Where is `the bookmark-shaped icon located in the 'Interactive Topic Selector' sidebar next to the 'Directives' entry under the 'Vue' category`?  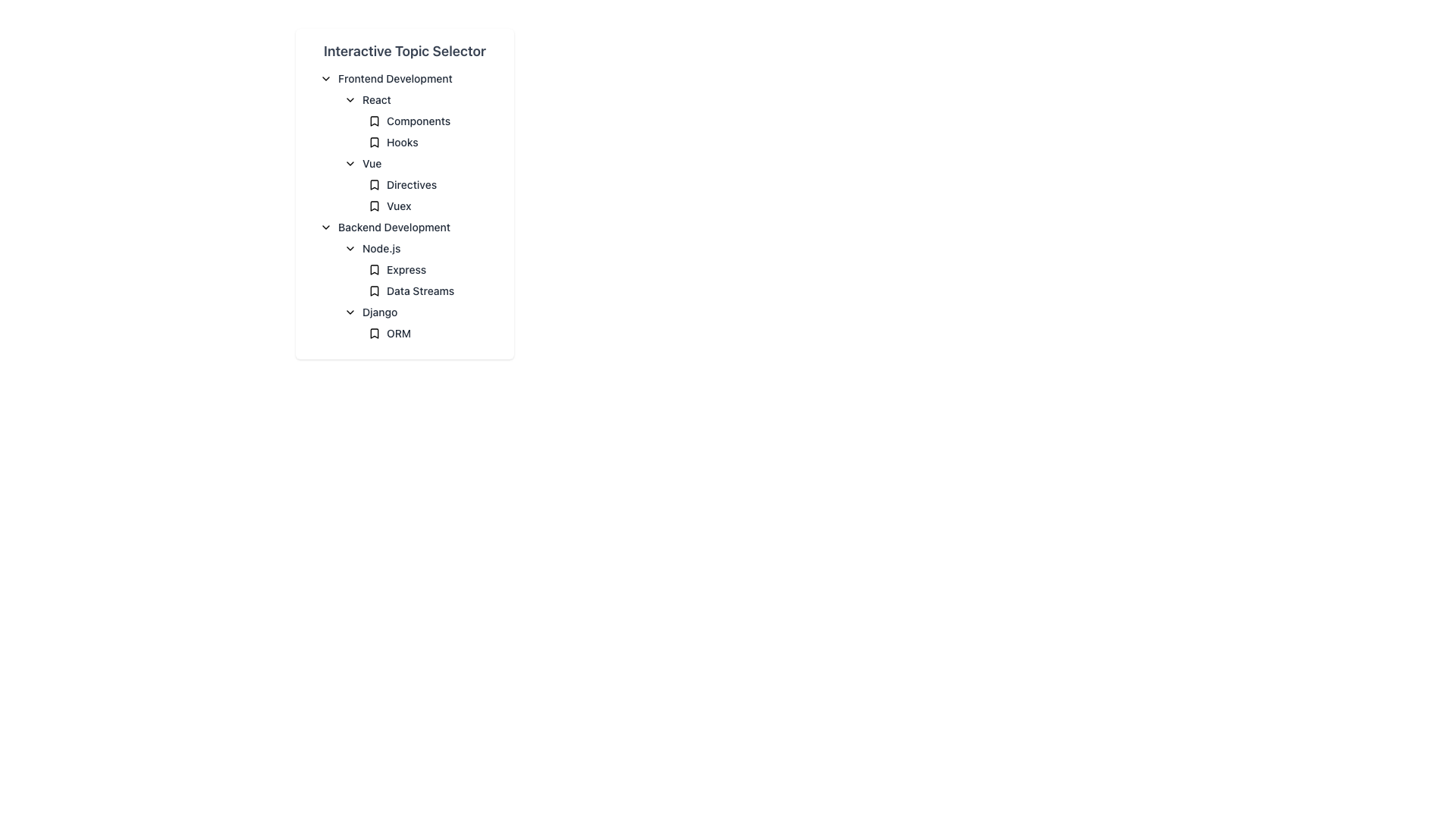 the bookmark-shaped icon located in the 'Interactive Topic Selector' sidebar next to the 'Directives' entry under the 'Vue' category is located at coordinates (375, 184).